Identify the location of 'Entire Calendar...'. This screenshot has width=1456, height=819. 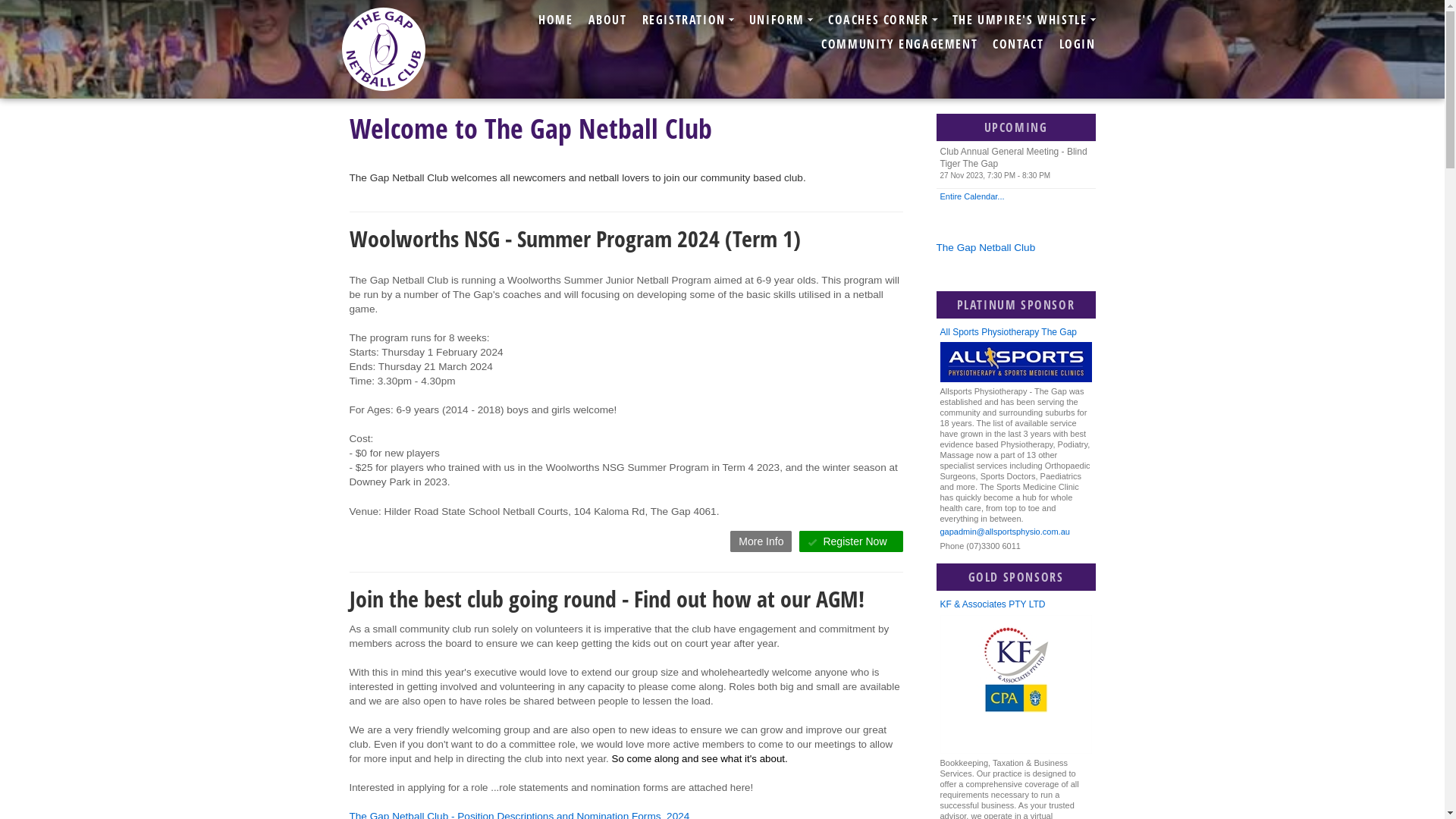
(1015, 195).